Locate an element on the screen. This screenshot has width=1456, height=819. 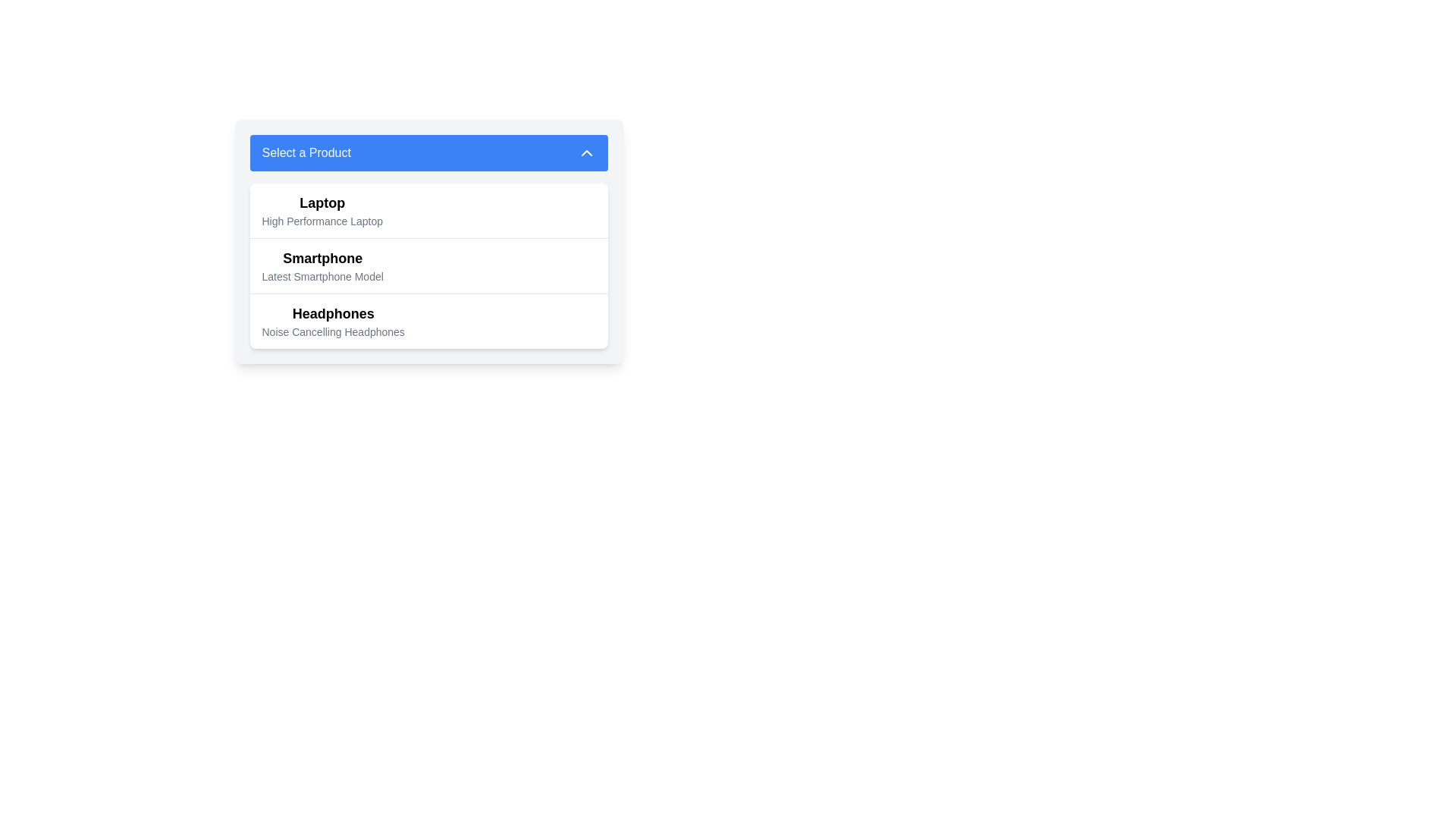
the 'Headphones' list item in the product selection dropdown is located at coordinates (428, 320).